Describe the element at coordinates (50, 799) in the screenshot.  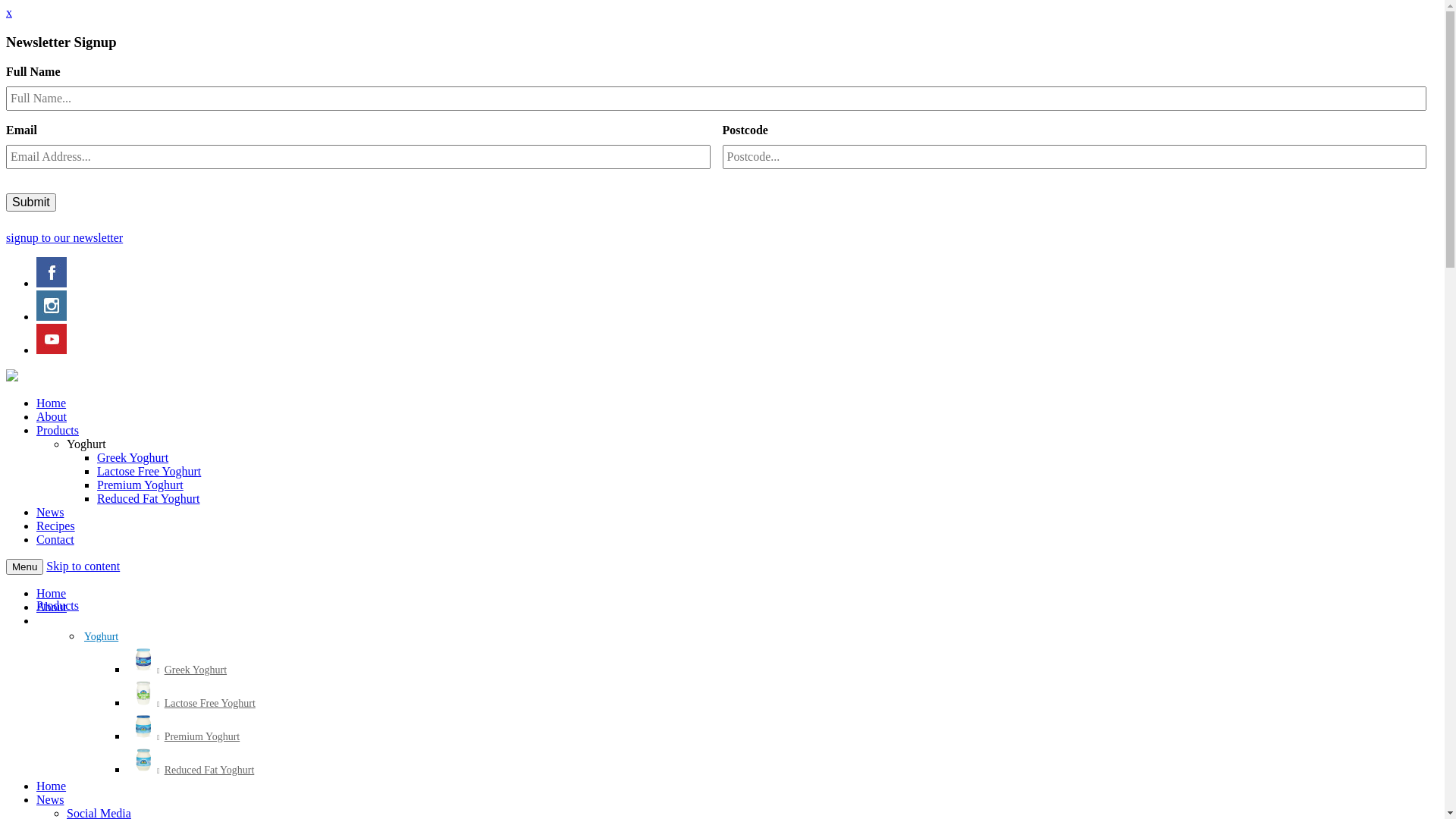
I see `'News'` at that location.